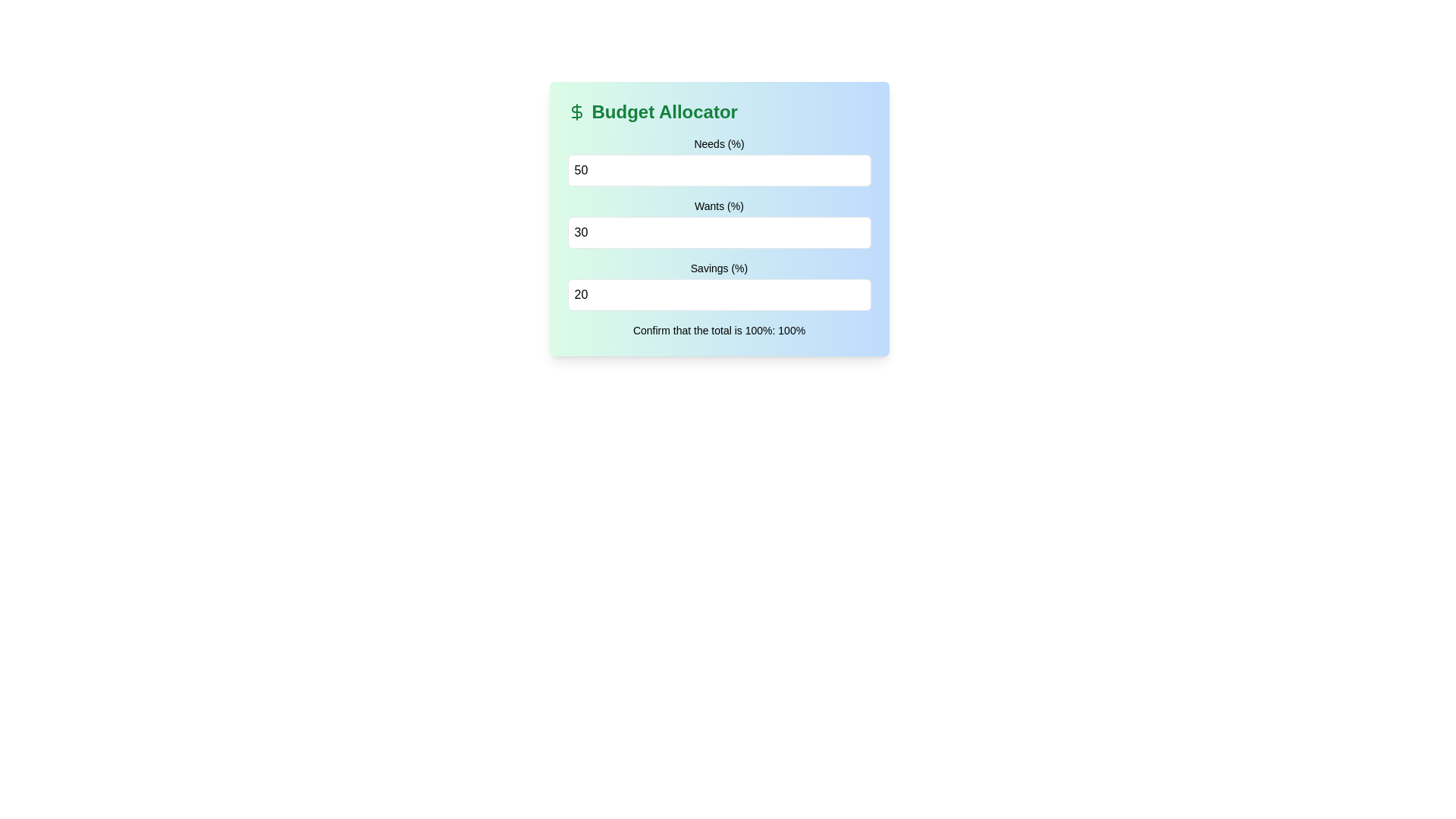  Describe the element at coordinates (718, 223) in the screenshot. I see `the Numeric Input Field labeled 'Wants (%)'` at that location.